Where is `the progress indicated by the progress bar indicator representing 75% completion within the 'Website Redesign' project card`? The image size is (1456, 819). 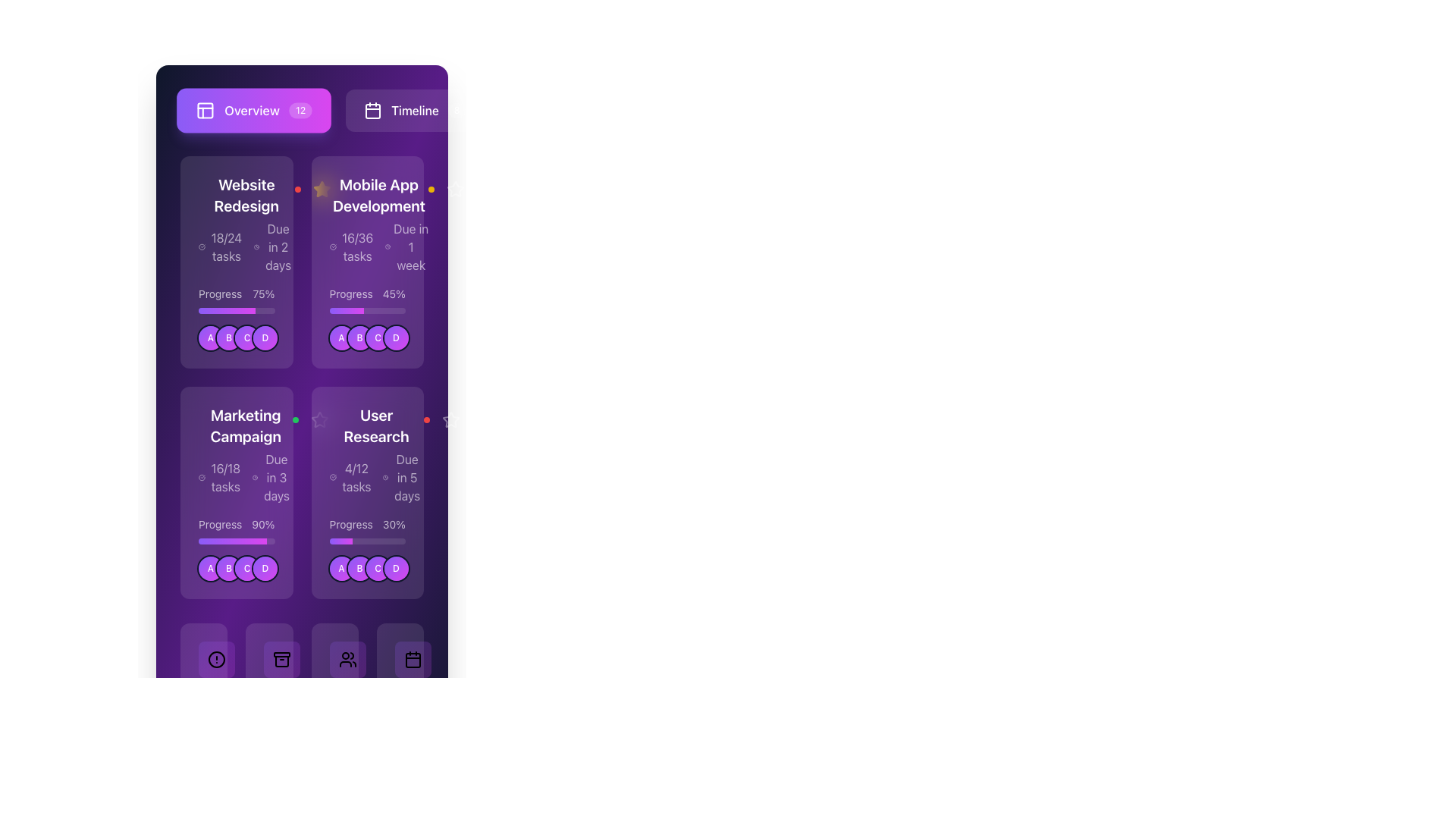 the progress indicated by the progress bar indicator representing 75% completion within the 'Website Redesign' project card is located at coordinates (226, 309).